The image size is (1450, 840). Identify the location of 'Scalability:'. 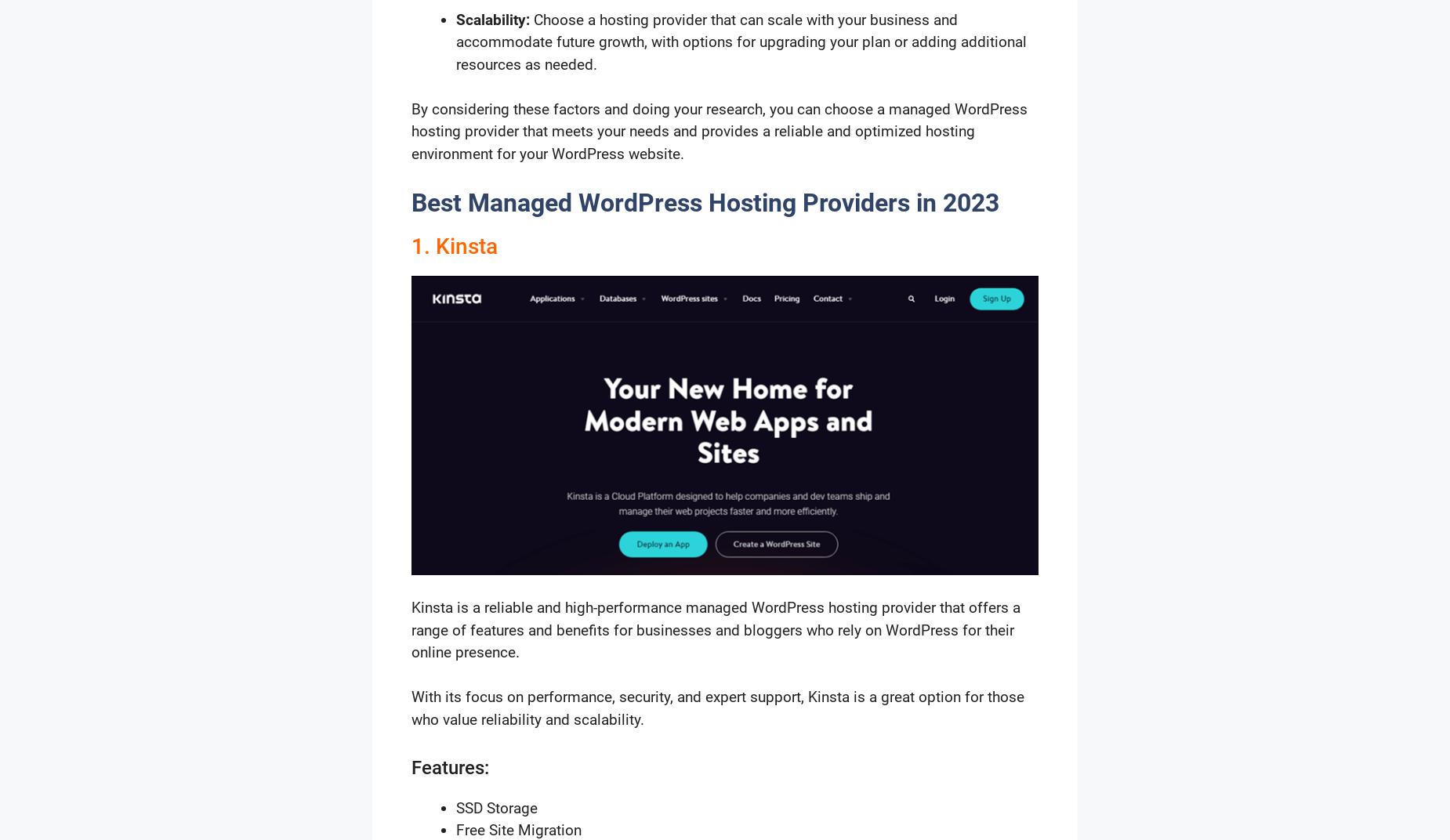
(493, 18).